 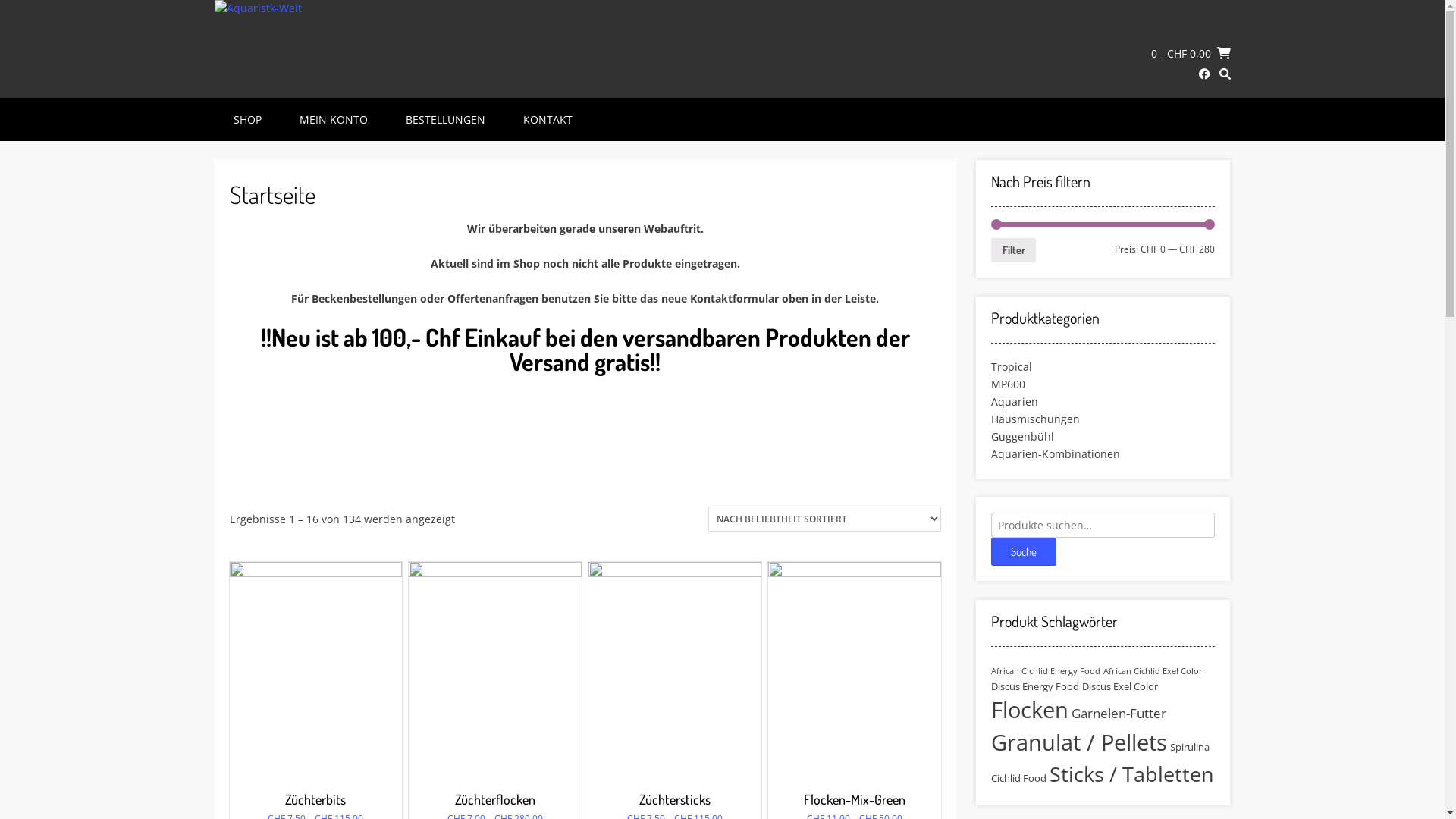 What do you see at coordinates (331, 118) in the screenshot?
I see `'MEIN KONTO'` at bounding box center [331, 118].